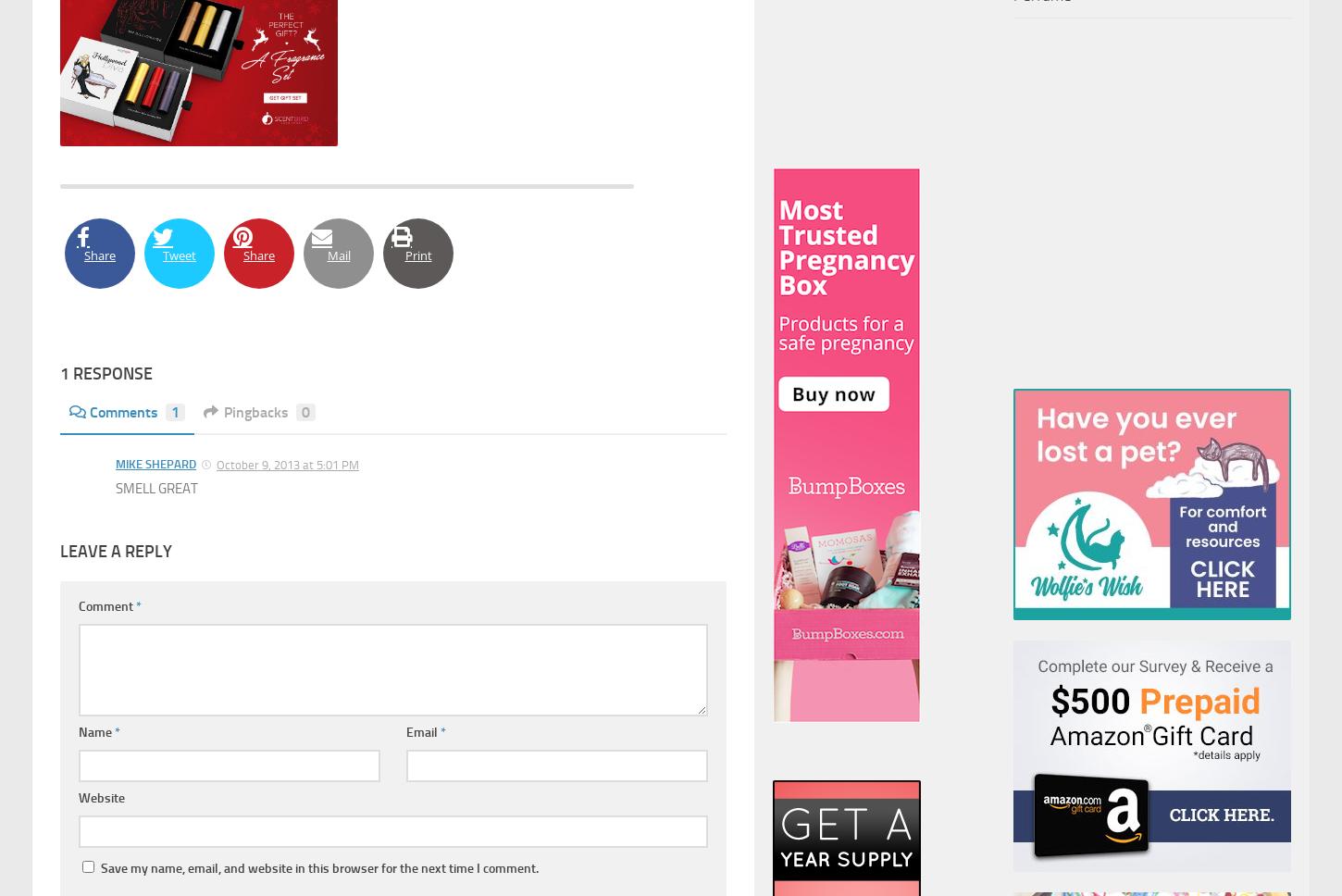 This screenshot has height=896, width=1342. What do you see at coordinates (59, 374) in the screenshot?
I see `'1 Response'` at bounding box center [59, 374].